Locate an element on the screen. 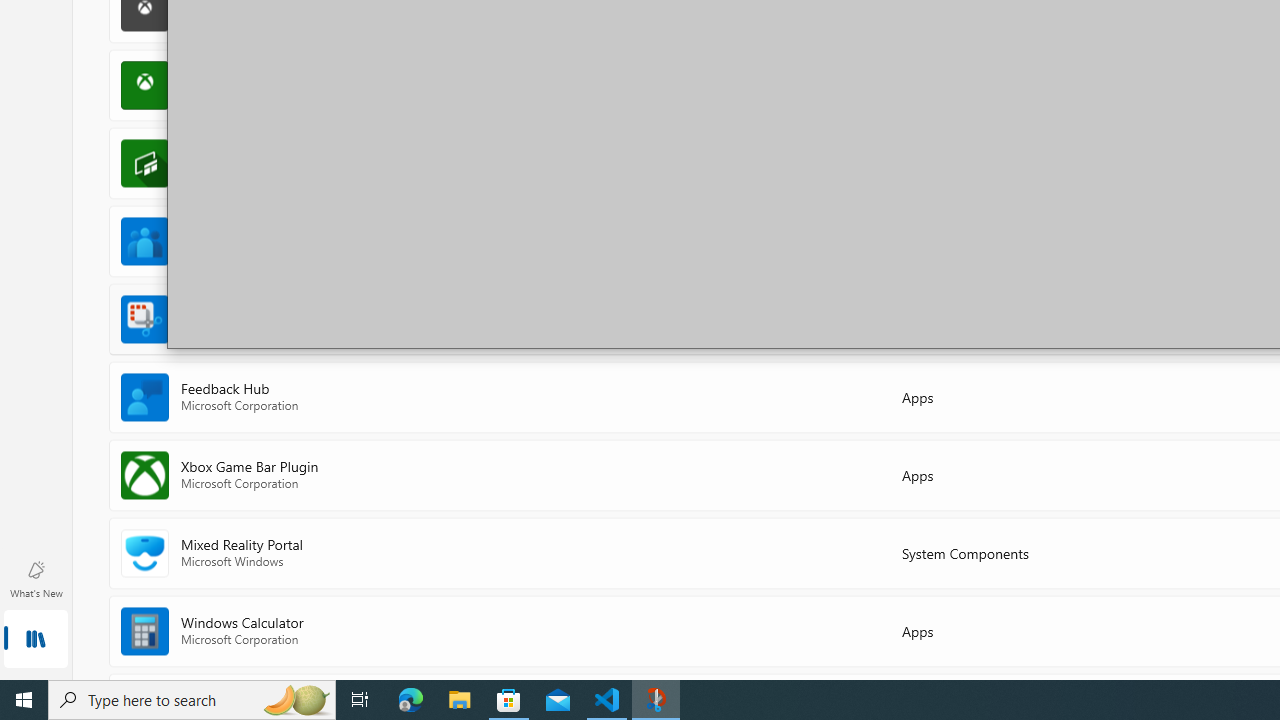 The image size is (1280, 720). 'Snip & Sketch - 1 running window' is located at coordinates (656, 698).